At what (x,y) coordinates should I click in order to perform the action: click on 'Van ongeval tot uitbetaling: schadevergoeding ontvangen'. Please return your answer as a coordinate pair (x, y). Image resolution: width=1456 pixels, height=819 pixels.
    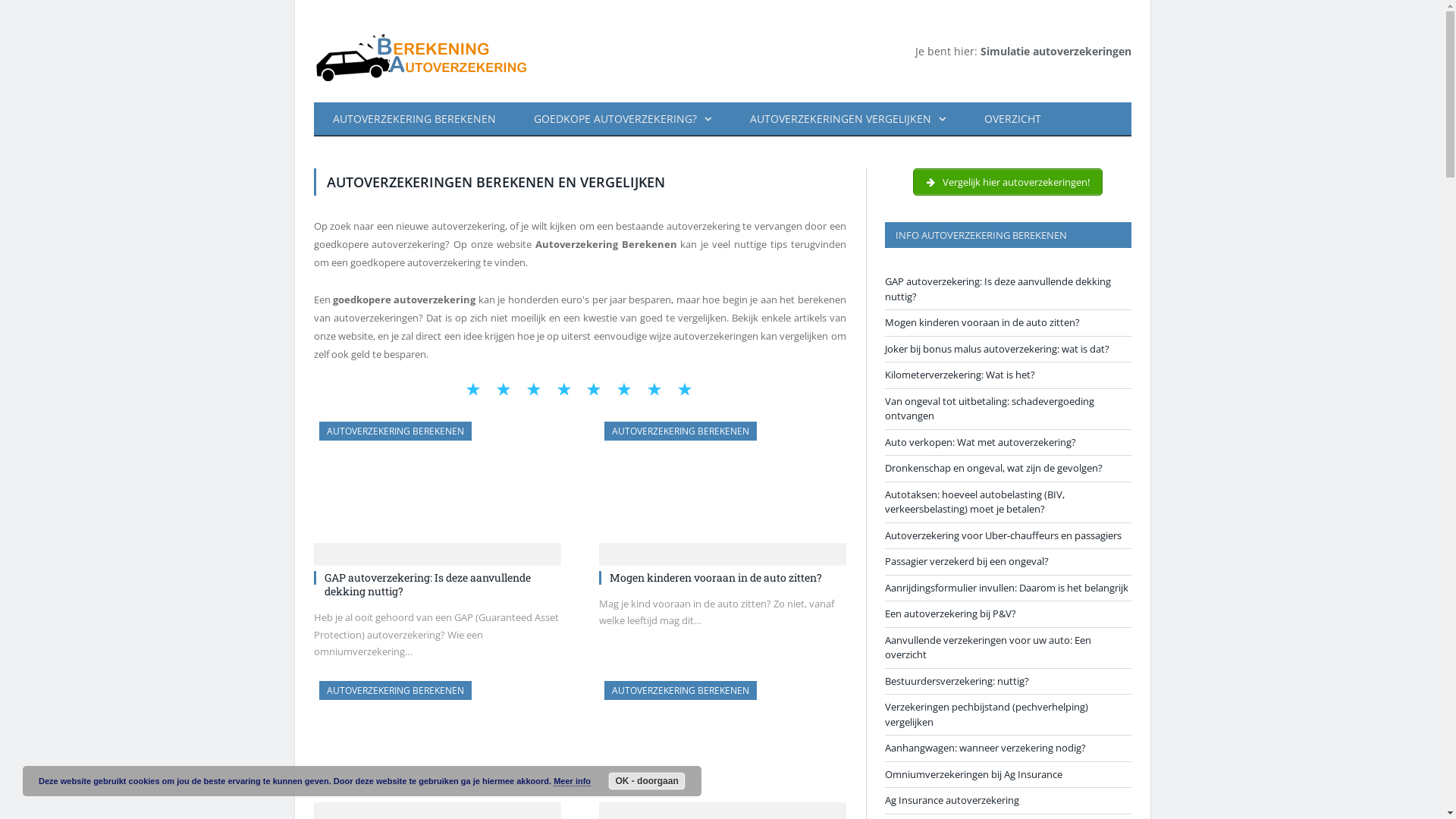
    Looking at the image, I should click on (989, 408).